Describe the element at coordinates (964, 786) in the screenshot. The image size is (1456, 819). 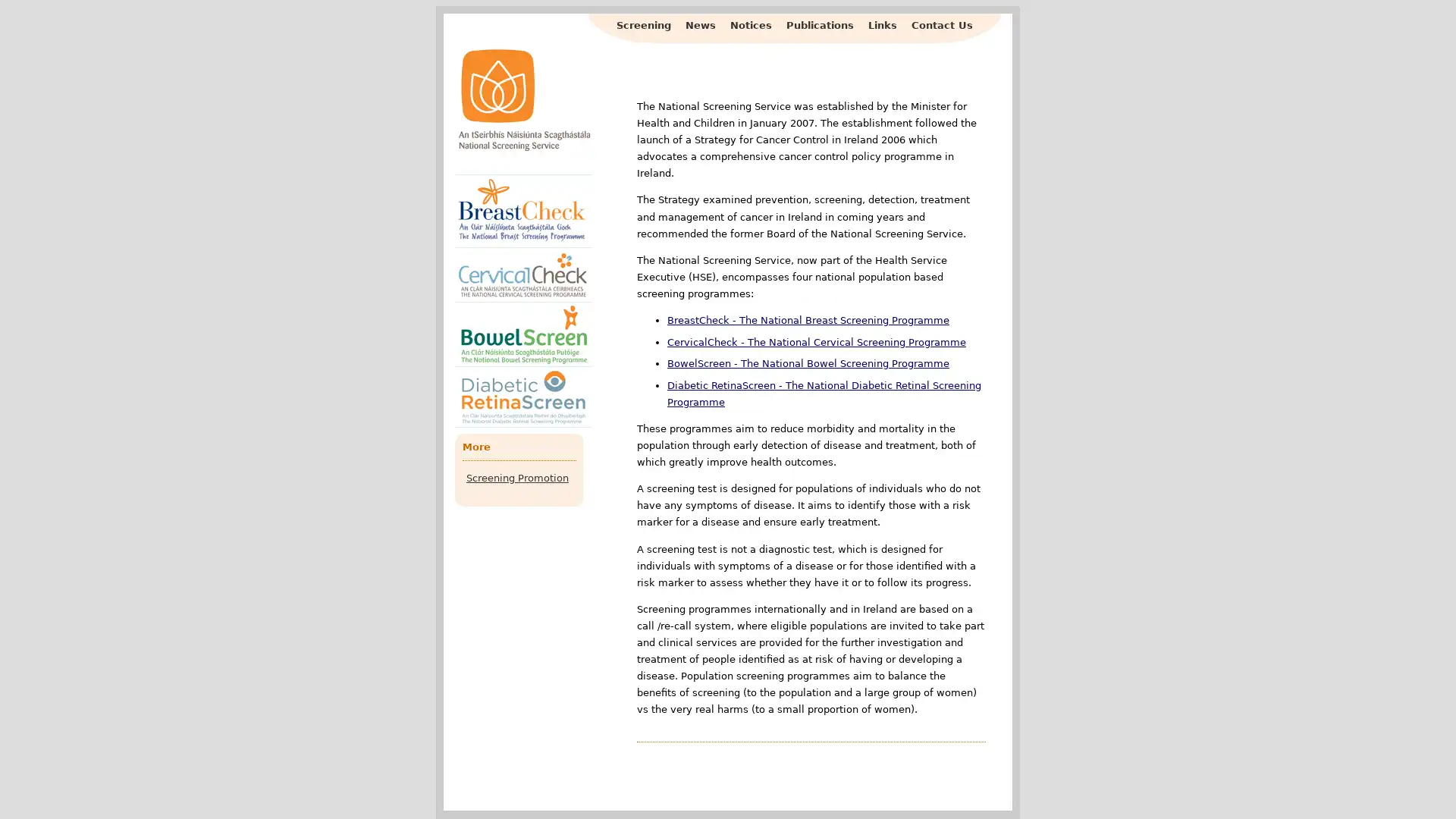
I see `Manage Cookies` at that location.